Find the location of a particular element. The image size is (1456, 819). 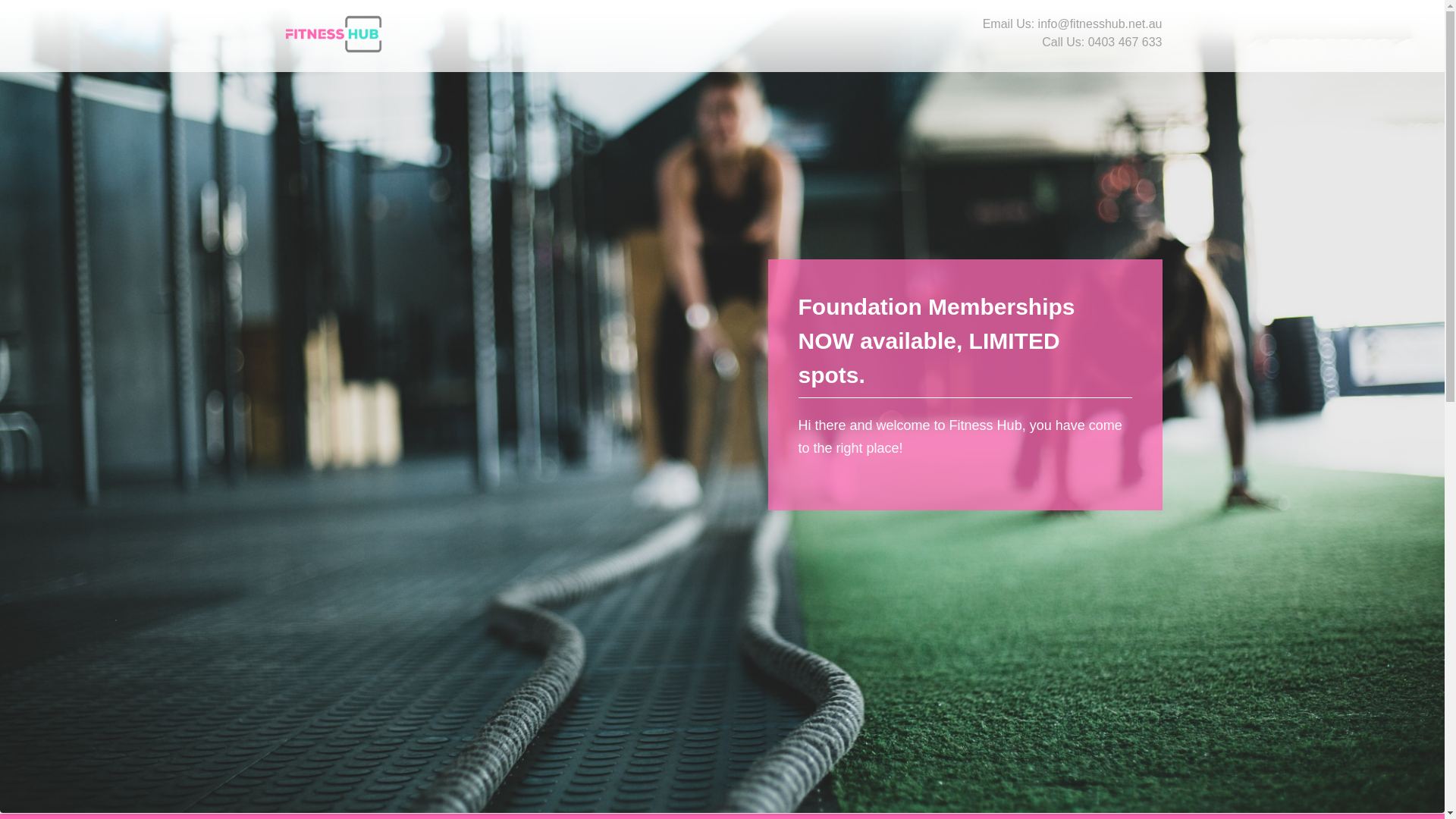

'Email Us: info@fitnesshub.net.au' is located at coordinates (1072, 24).